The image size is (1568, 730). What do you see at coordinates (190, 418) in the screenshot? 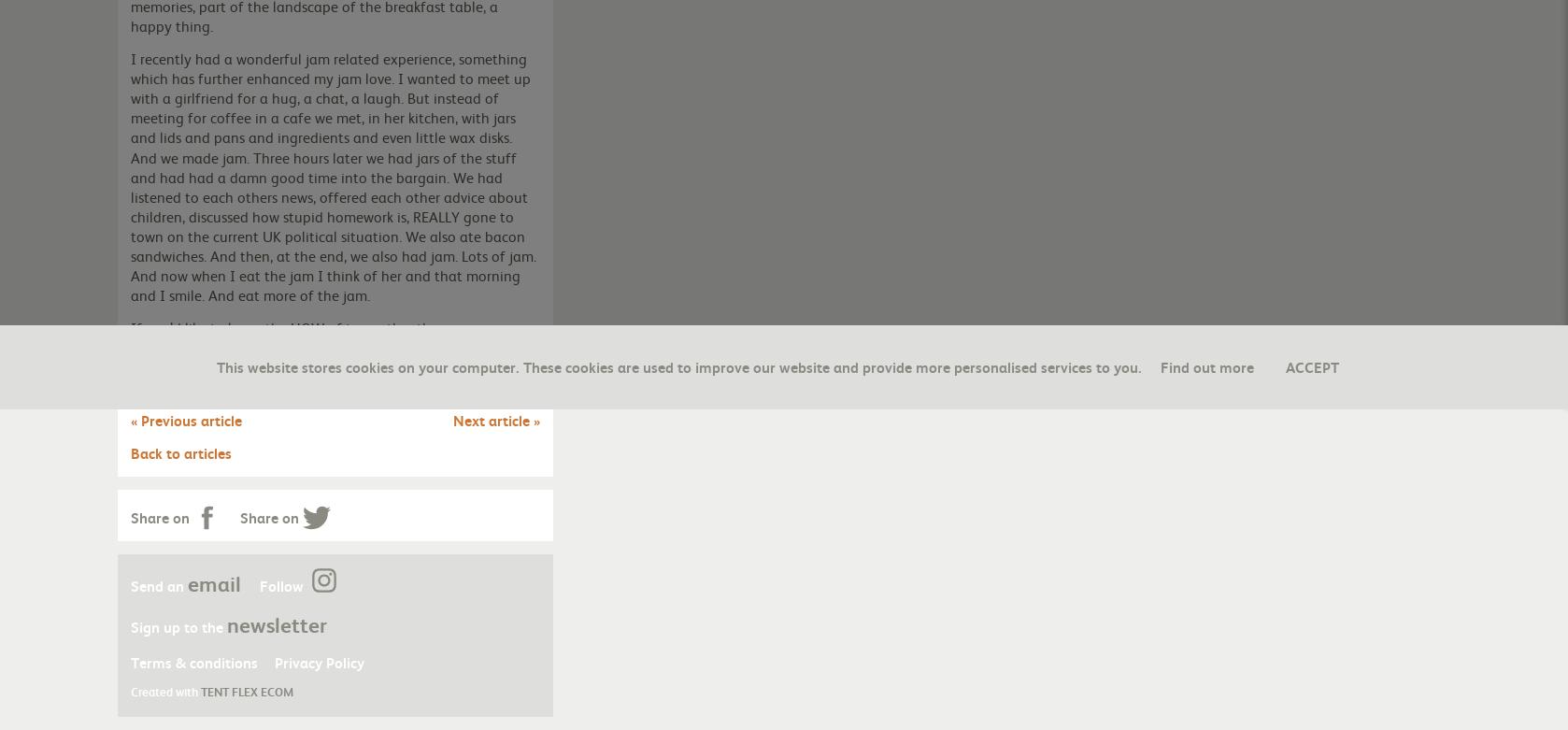
I see `'Previous article'` at bounding box center [190, 418].